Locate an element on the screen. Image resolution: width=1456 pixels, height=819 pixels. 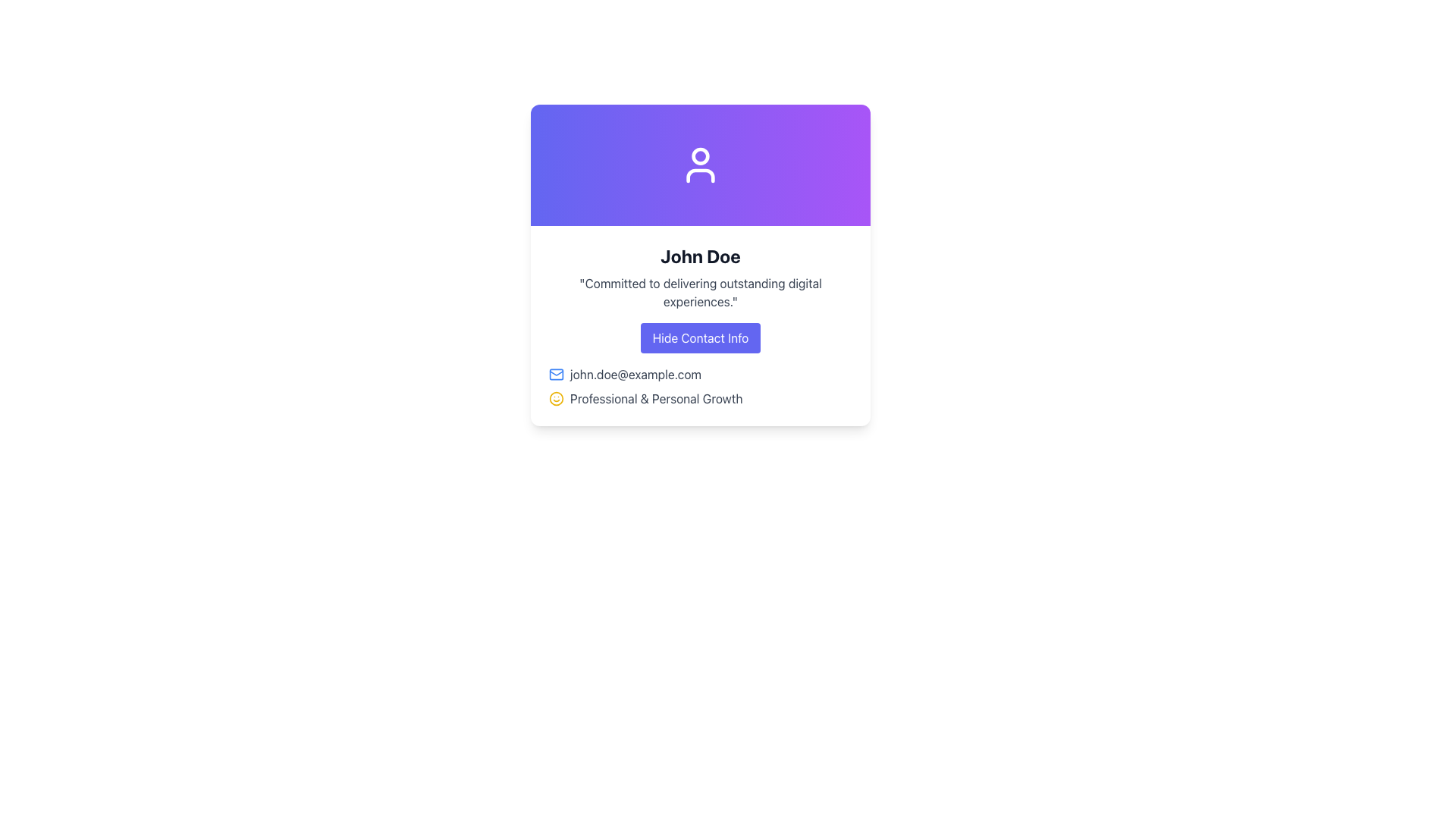
the user icon represented by a minimal figure with a circular head and shoulders, located at the top center of the UI card's header against a purple gradient background is located at coordinates (700, 165).